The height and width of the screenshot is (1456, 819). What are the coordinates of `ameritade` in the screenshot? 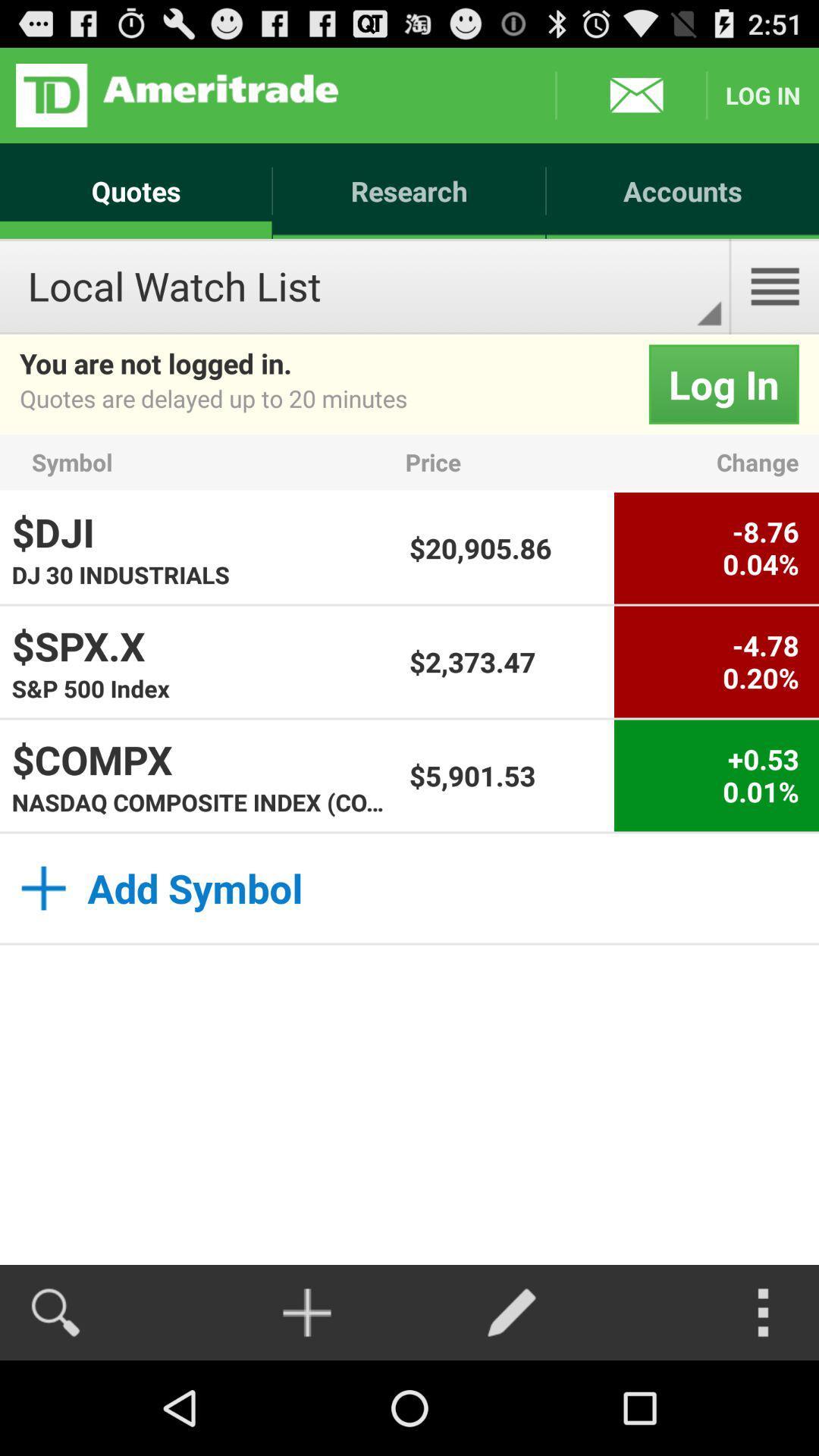 It's located at (176, 94).